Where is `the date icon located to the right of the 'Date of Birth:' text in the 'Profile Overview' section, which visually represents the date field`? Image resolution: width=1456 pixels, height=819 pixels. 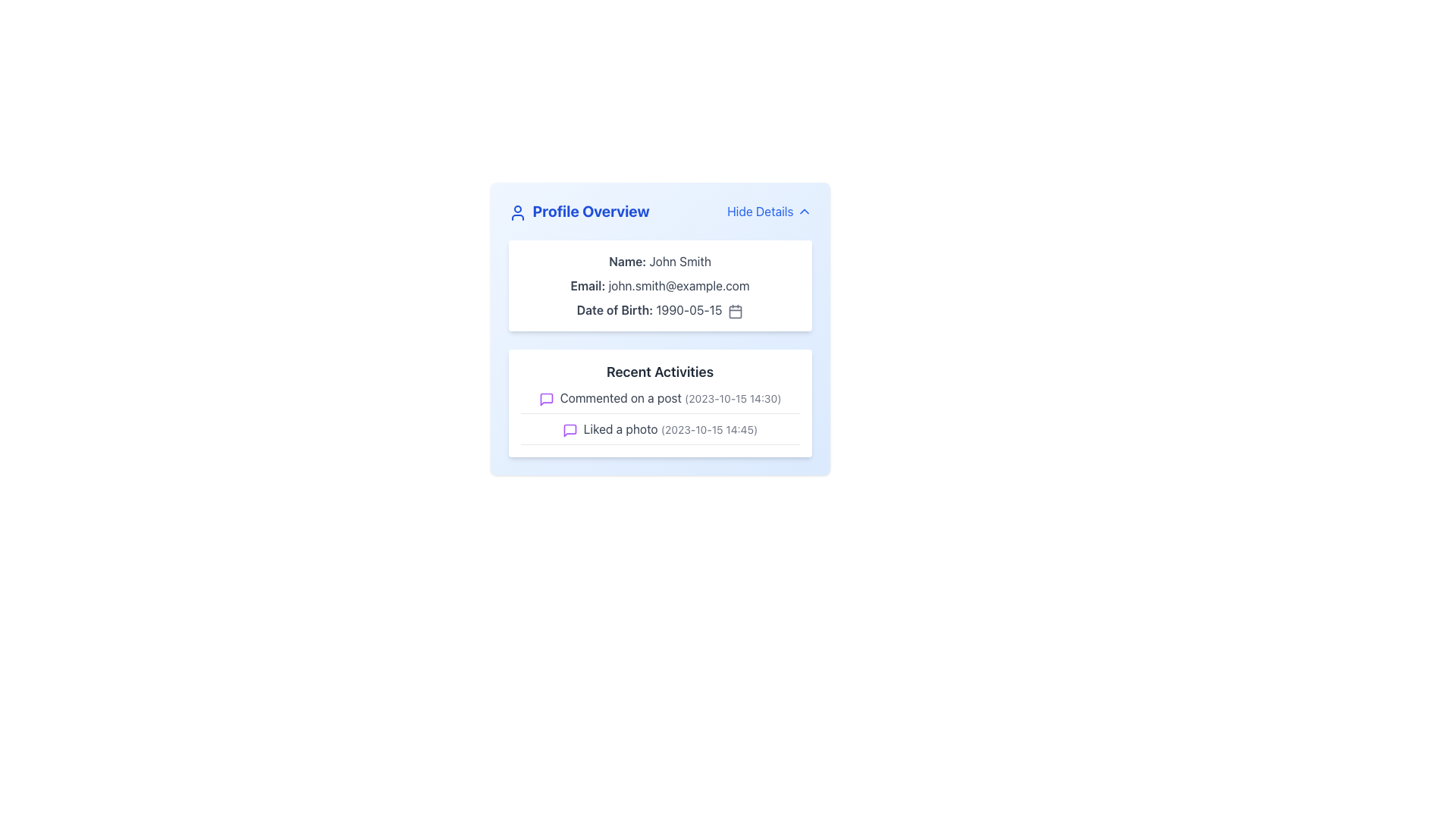 the date icon located to the right of the 'Date of Birth:' text in the 'Profile Overview' section, which visually represents the date field is located at coordinates (736, 310).